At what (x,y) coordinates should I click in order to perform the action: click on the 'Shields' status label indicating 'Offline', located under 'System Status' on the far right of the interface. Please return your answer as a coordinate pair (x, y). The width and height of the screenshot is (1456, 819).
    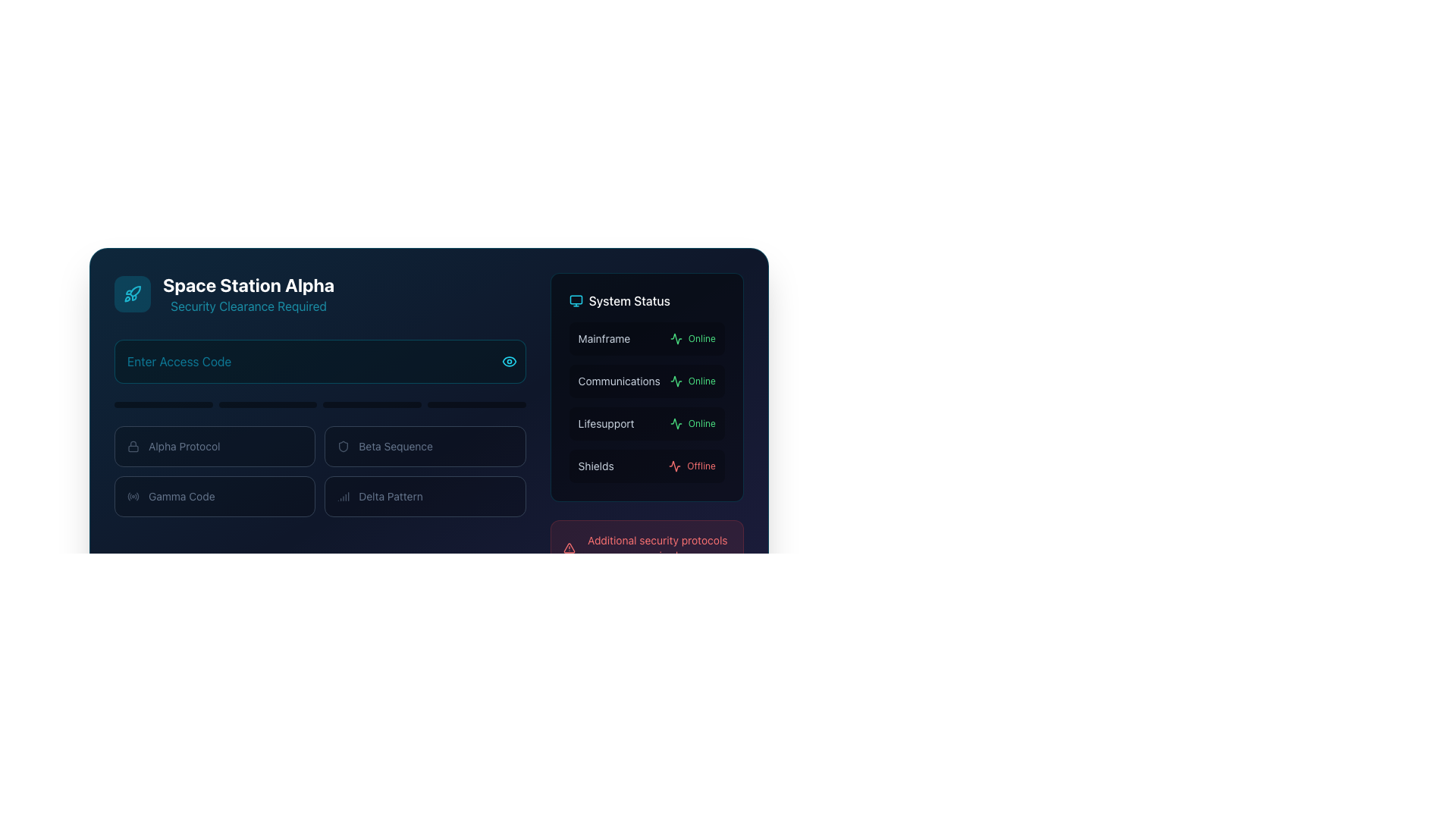
    Looking at the image, I should click on (692, 465).